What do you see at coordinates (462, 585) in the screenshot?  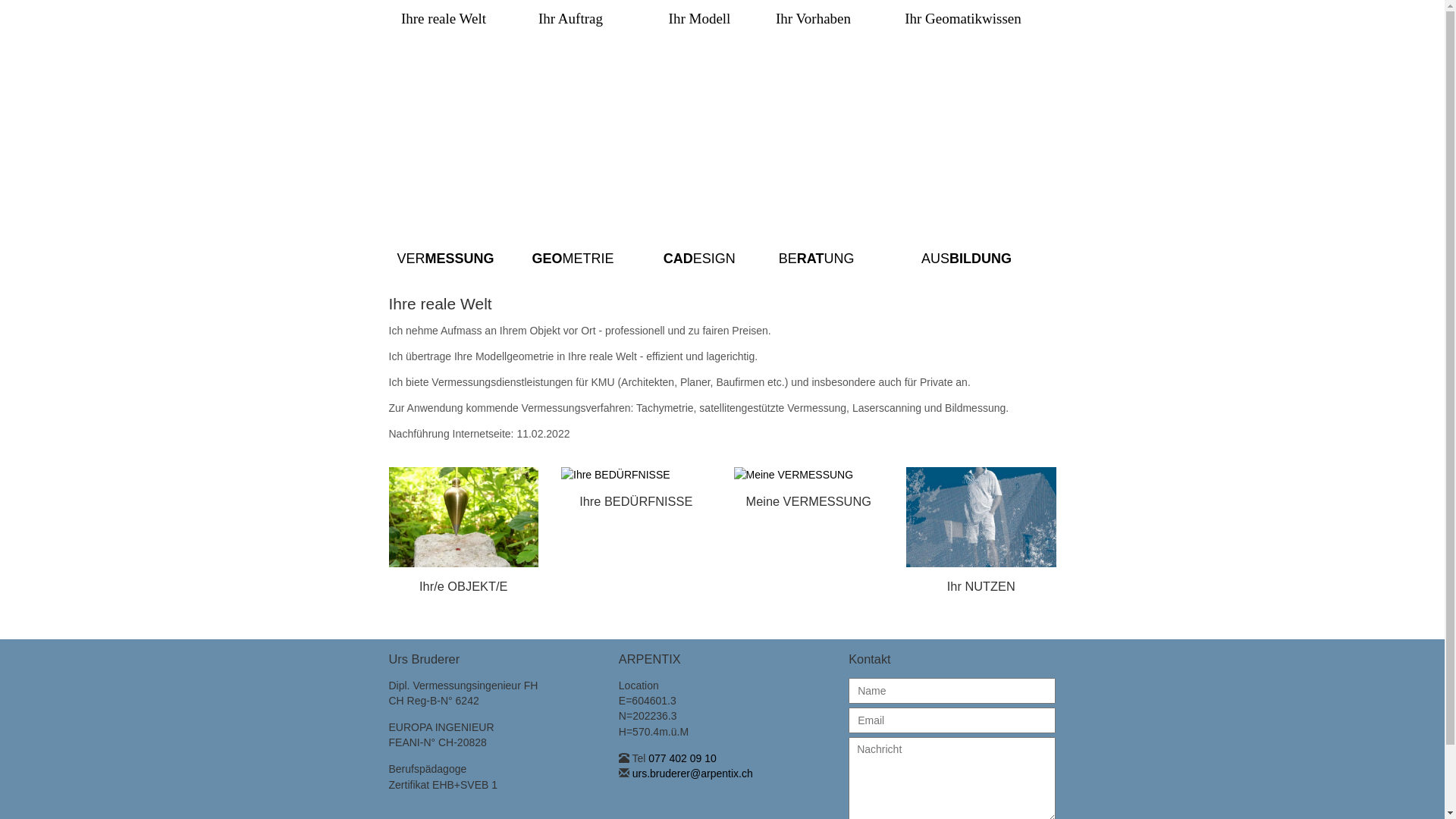 I see `'Ihr/e OBJEKT/E'` at bounding box center [462, 585].